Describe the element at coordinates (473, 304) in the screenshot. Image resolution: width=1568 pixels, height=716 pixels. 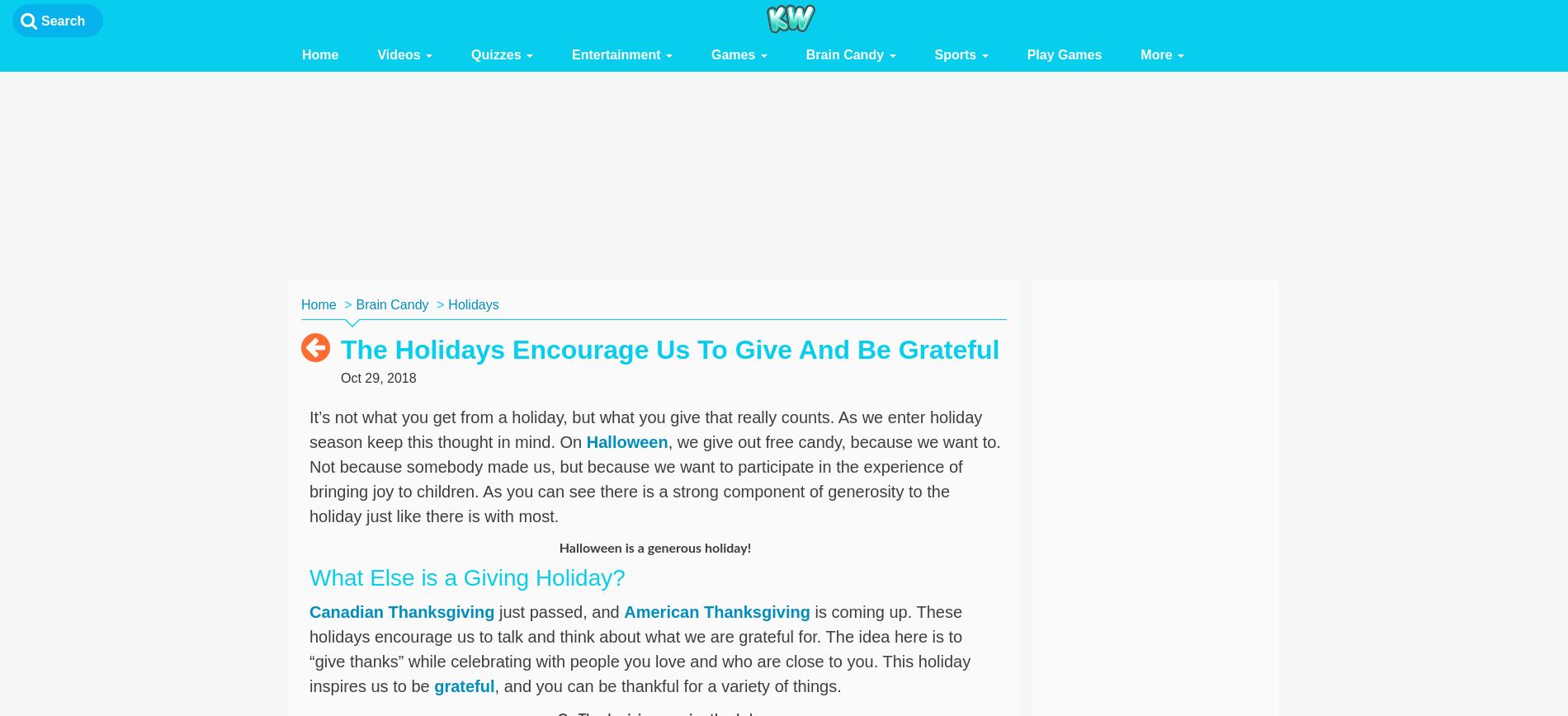
I see `'Holidays'` at that location.